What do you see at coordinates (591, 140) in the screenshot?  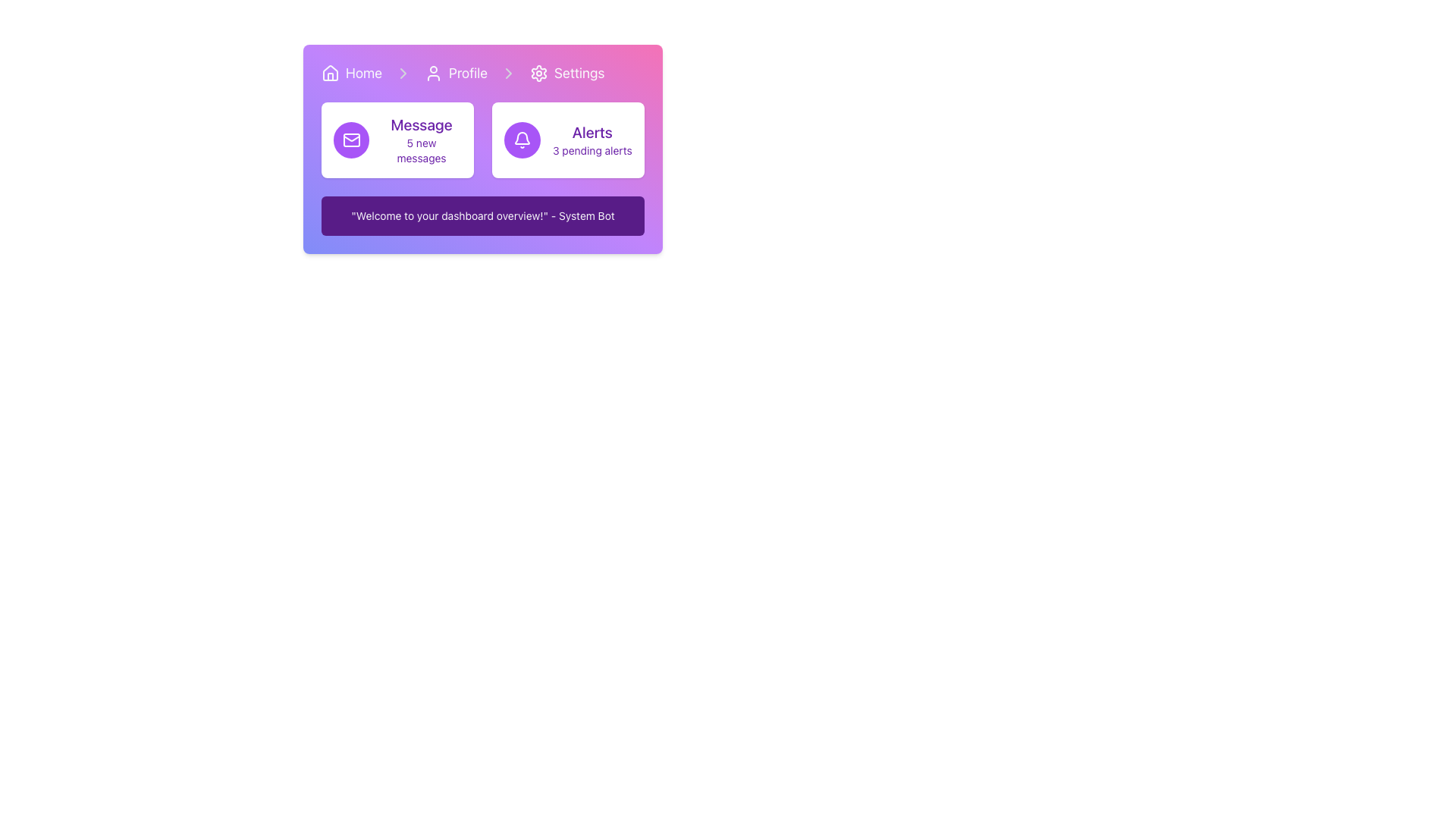 I see `the 'Alerts' text information block located in the top-right card, which displays the title 'Alerts' in bold purple font and indicates '3 pending alerts' below it` at bounding box center [591, 140].